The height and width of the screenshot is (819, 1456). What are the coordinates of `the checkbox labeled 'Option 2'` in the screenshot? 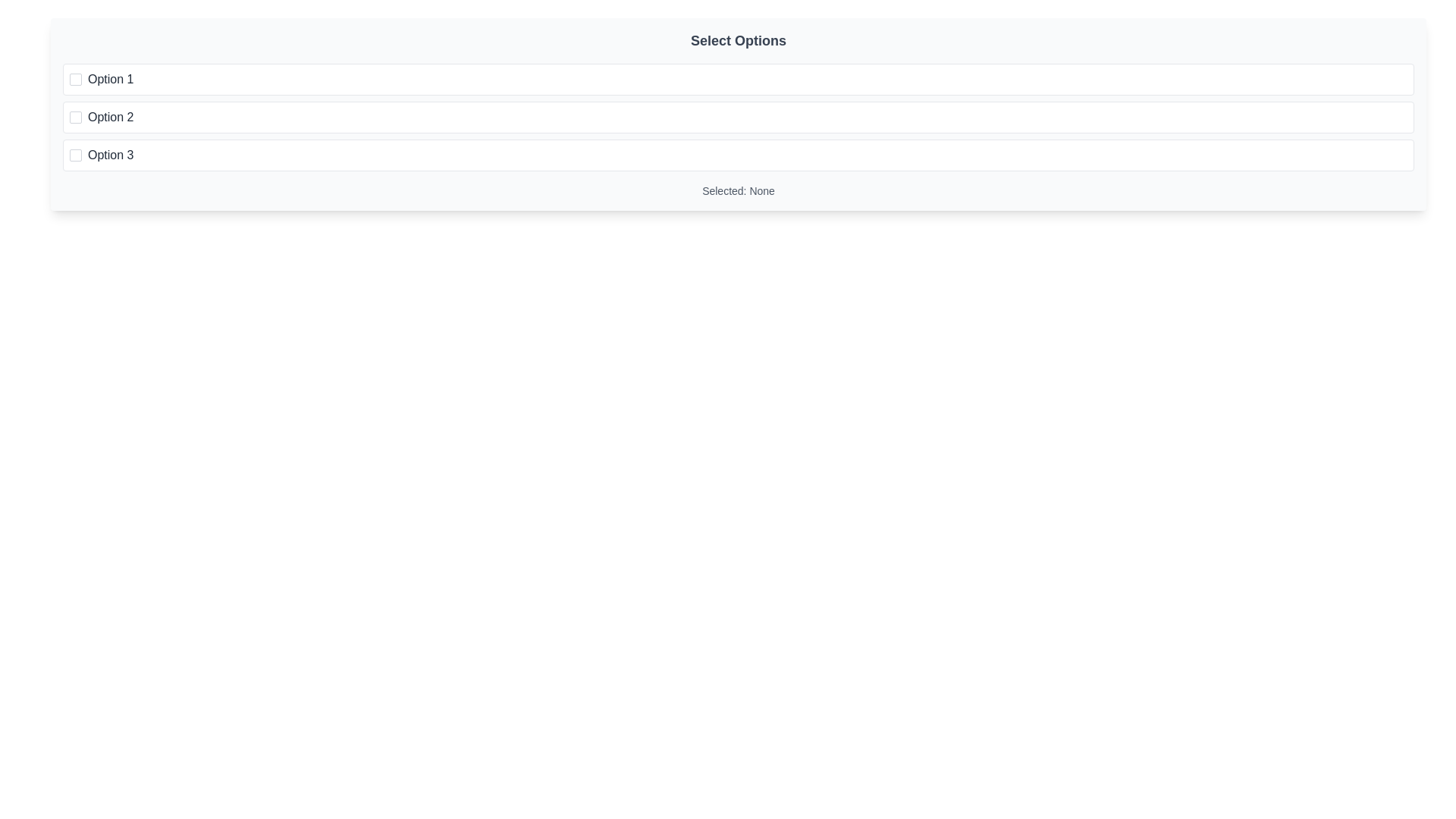 It's located at (739, 116).